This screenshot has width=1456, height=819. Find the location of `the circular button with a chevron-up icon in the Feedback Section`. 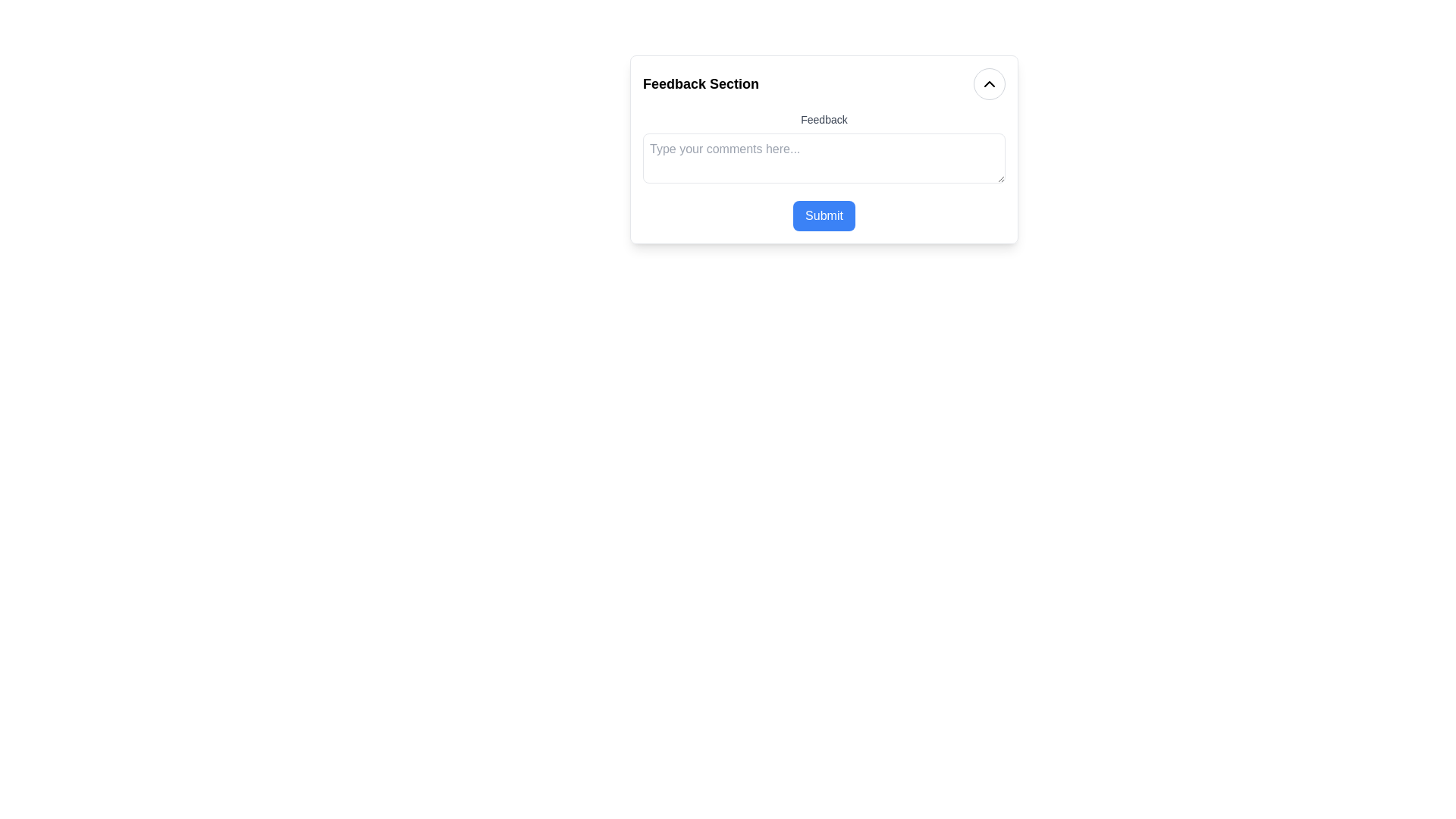

the circular button with a chevron-up icon in the Feedback Section is located at coordinates (990, 84).